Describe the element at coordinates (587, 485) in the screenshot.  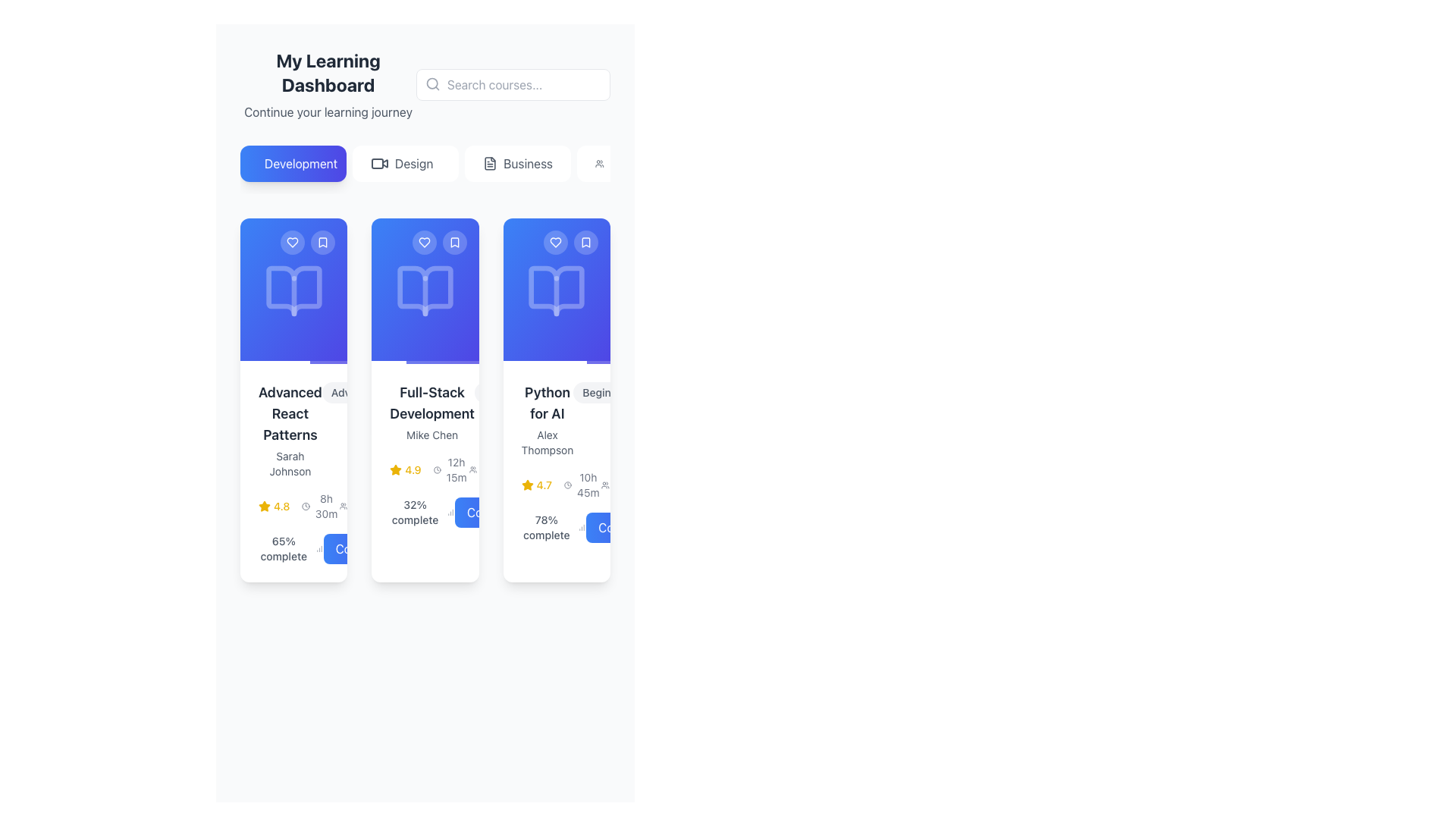
I see `time information displayed in the text label showing '10h 45m' located in the bottom right section of the third course card, adjacent to a clock icon` at that location.